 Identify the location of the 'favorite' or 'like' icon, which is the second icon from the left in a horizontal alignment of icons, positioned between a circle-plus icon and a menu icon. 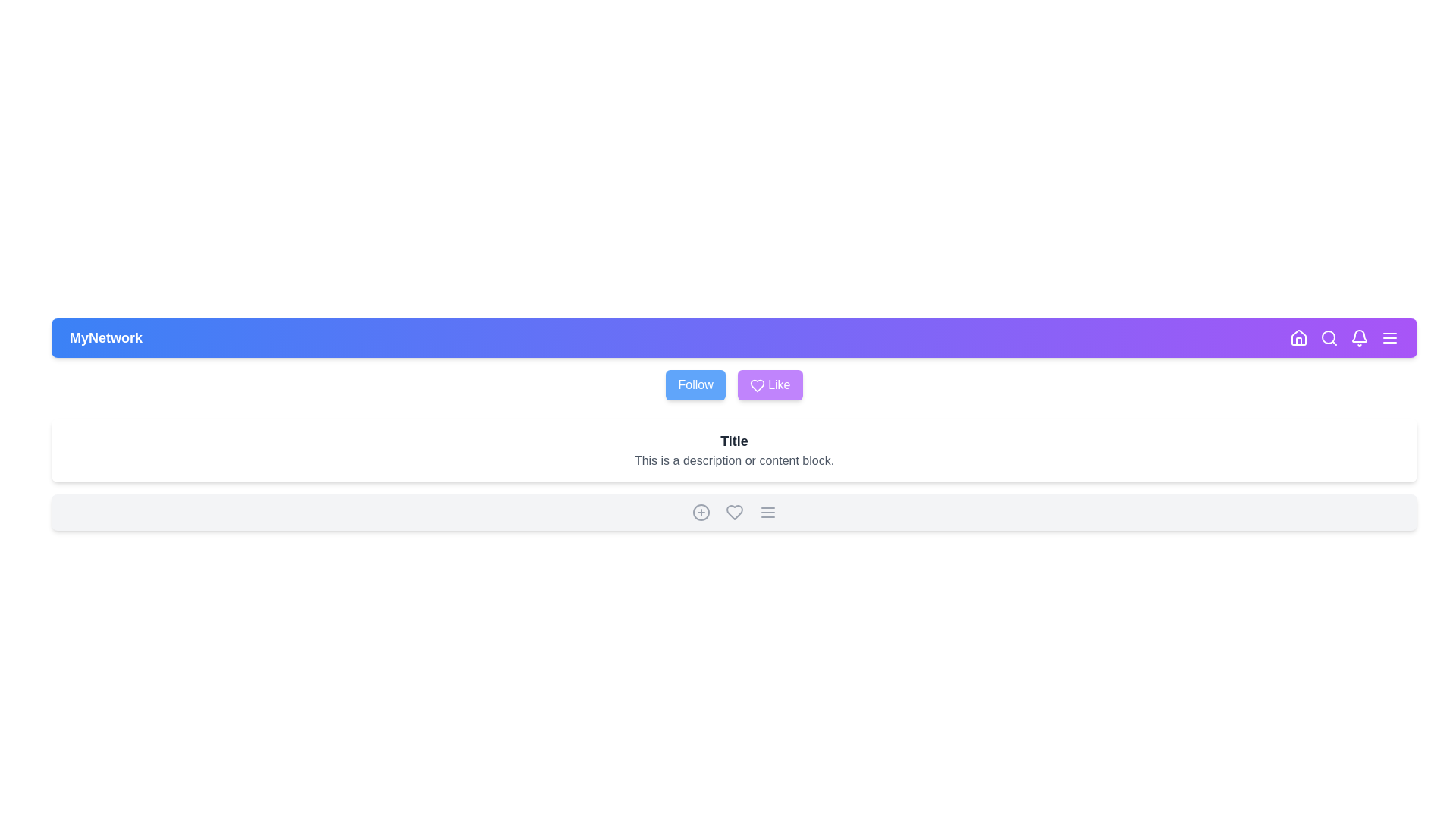
(734, 512).